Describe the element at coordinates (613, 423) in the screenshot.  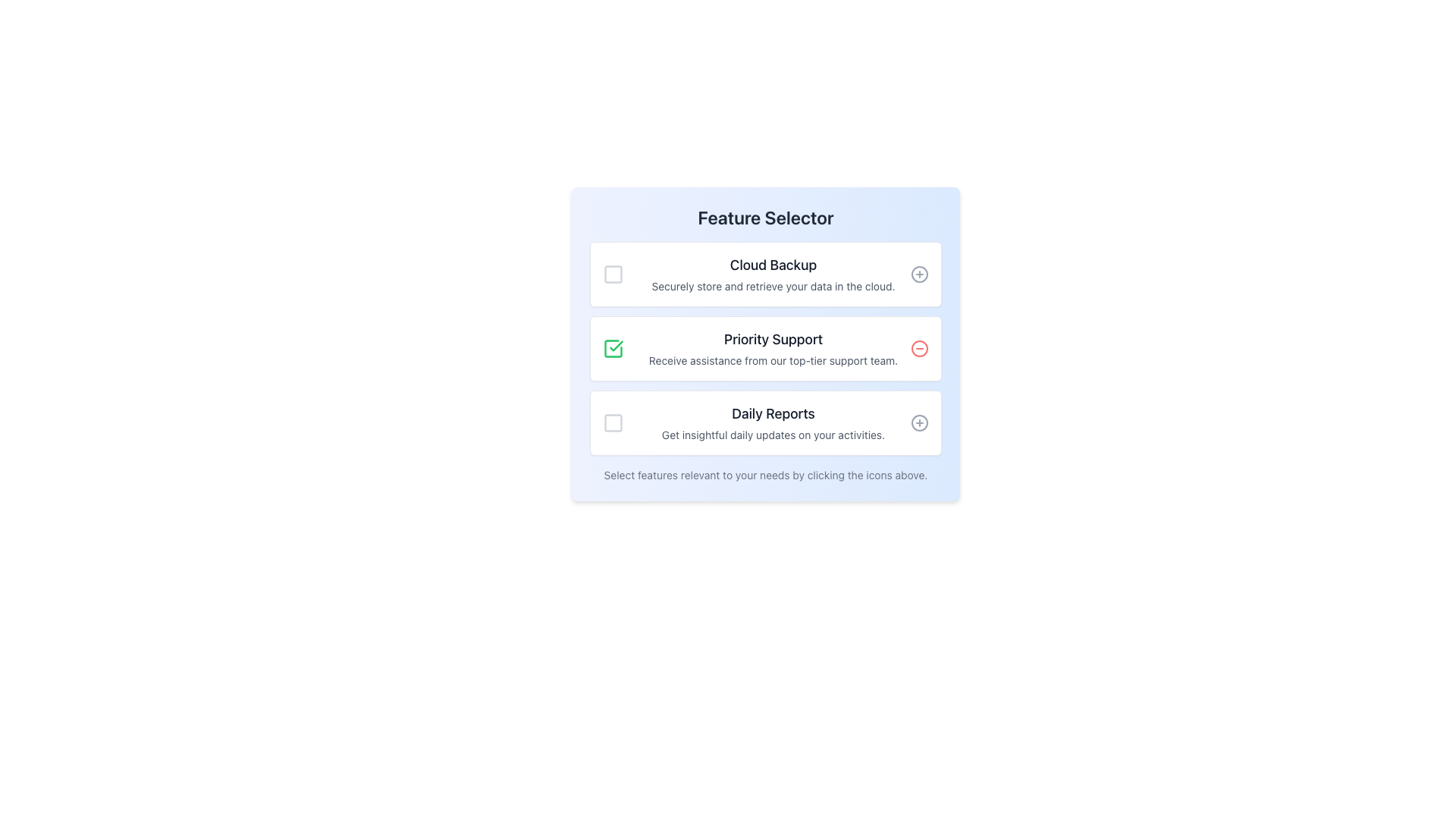
I see `the checkbox icon with a light gray border in the 'Daily Reports' card` at that location.